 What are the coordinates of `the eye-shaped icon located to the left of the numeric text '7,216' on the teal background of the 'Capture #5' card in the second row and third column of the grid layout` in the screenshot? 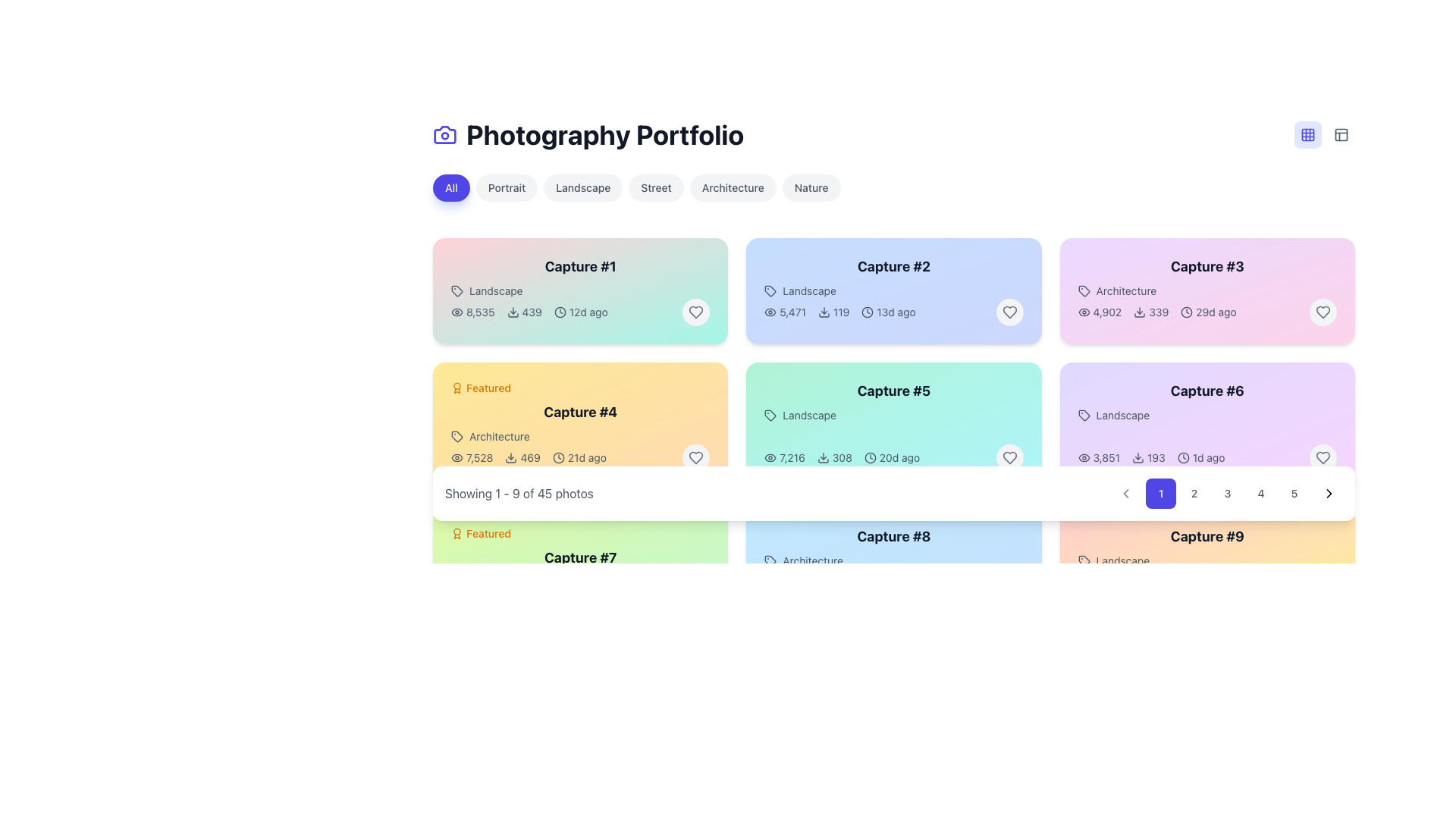 It's located at (770, 457).